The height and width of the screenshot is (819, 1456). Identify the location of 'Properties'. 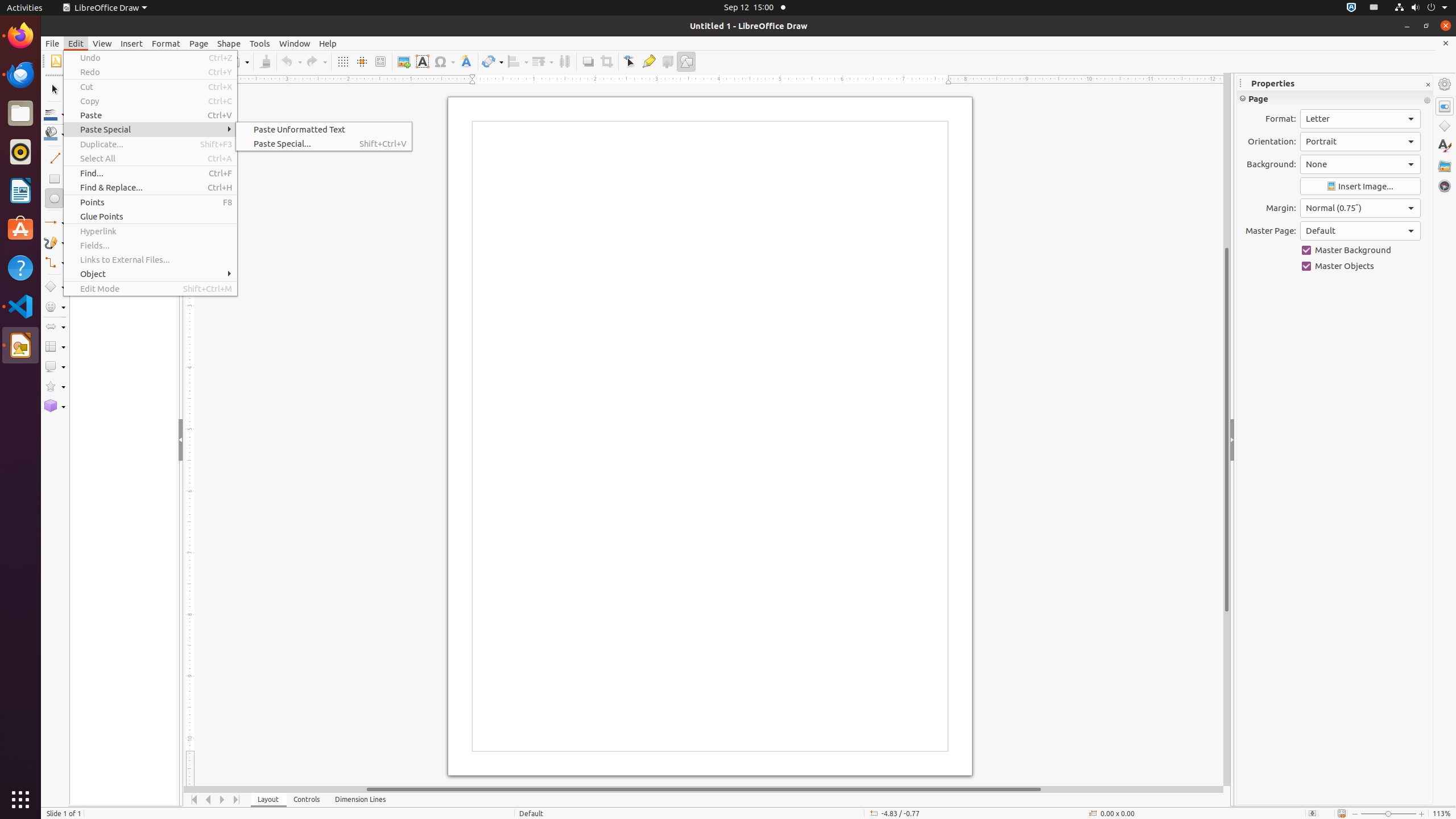
(1444, 106).